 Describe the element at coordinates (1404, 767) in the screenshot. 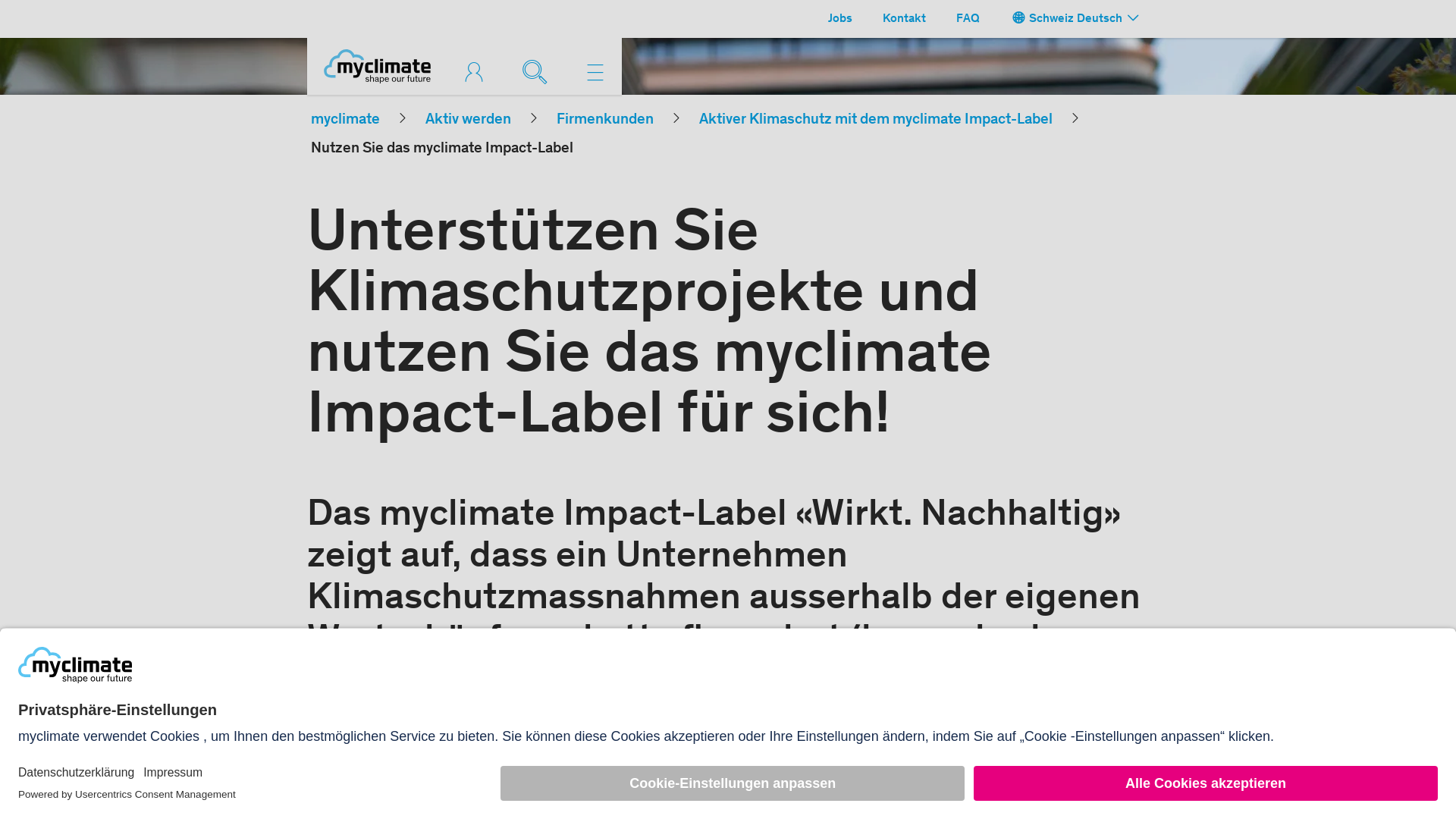

I see `'moin-ai-button'` at that location.